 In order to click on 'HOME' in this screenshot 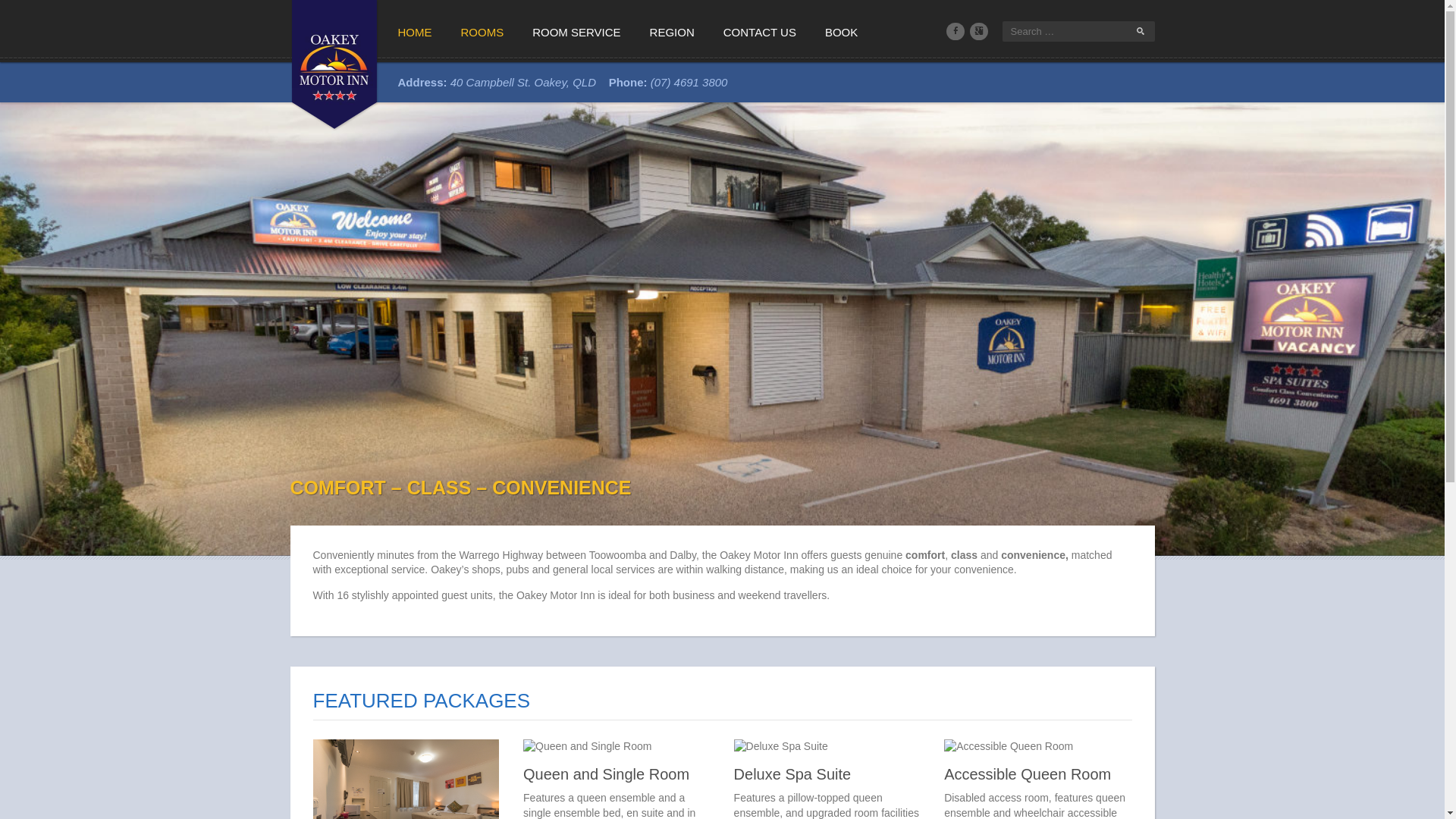, I will do `click(382, 31)`.